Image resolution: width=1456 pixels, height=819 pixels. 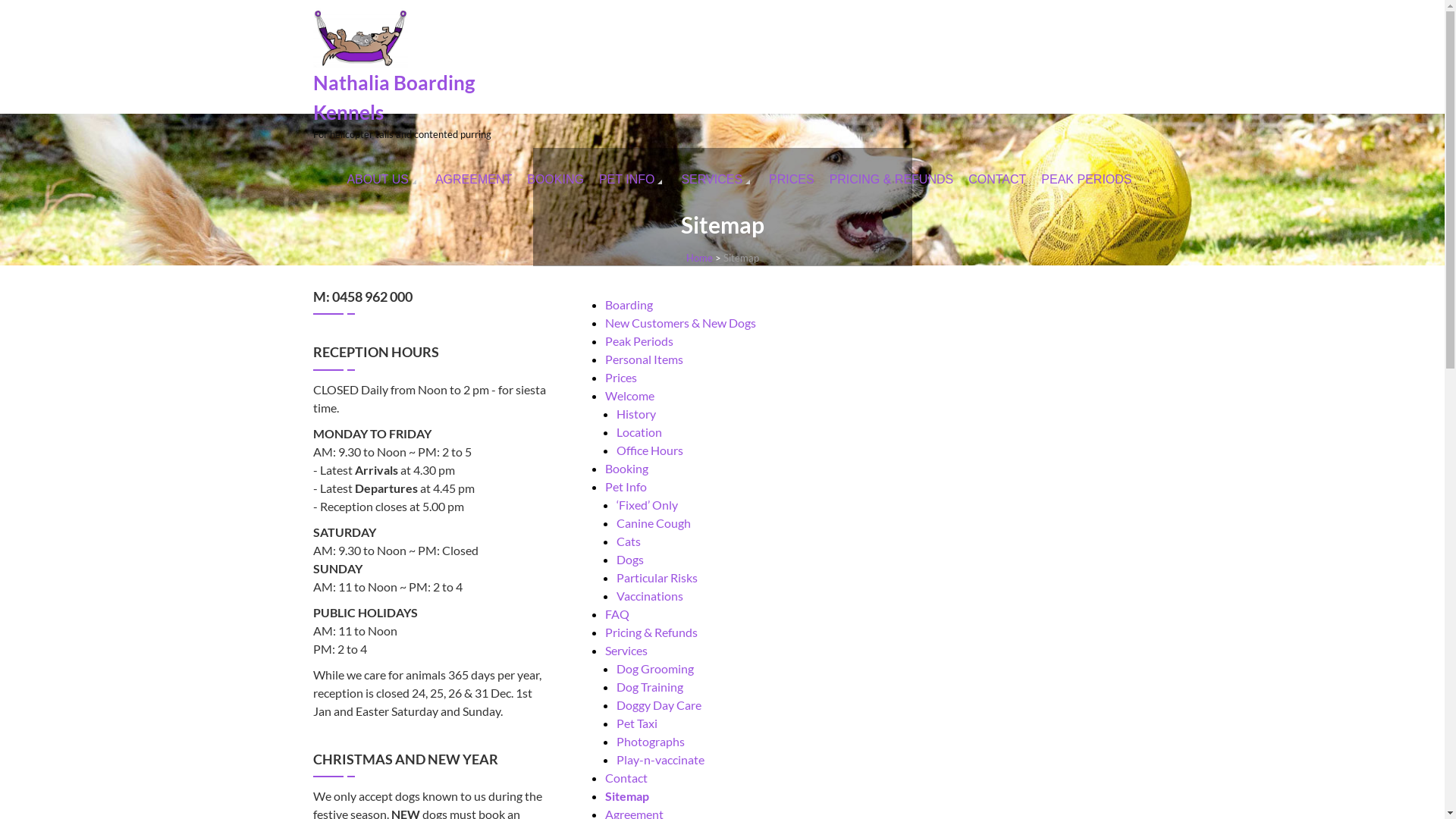 I want to click on 'Play-n-vaccinate', so click(x=660, y=759).